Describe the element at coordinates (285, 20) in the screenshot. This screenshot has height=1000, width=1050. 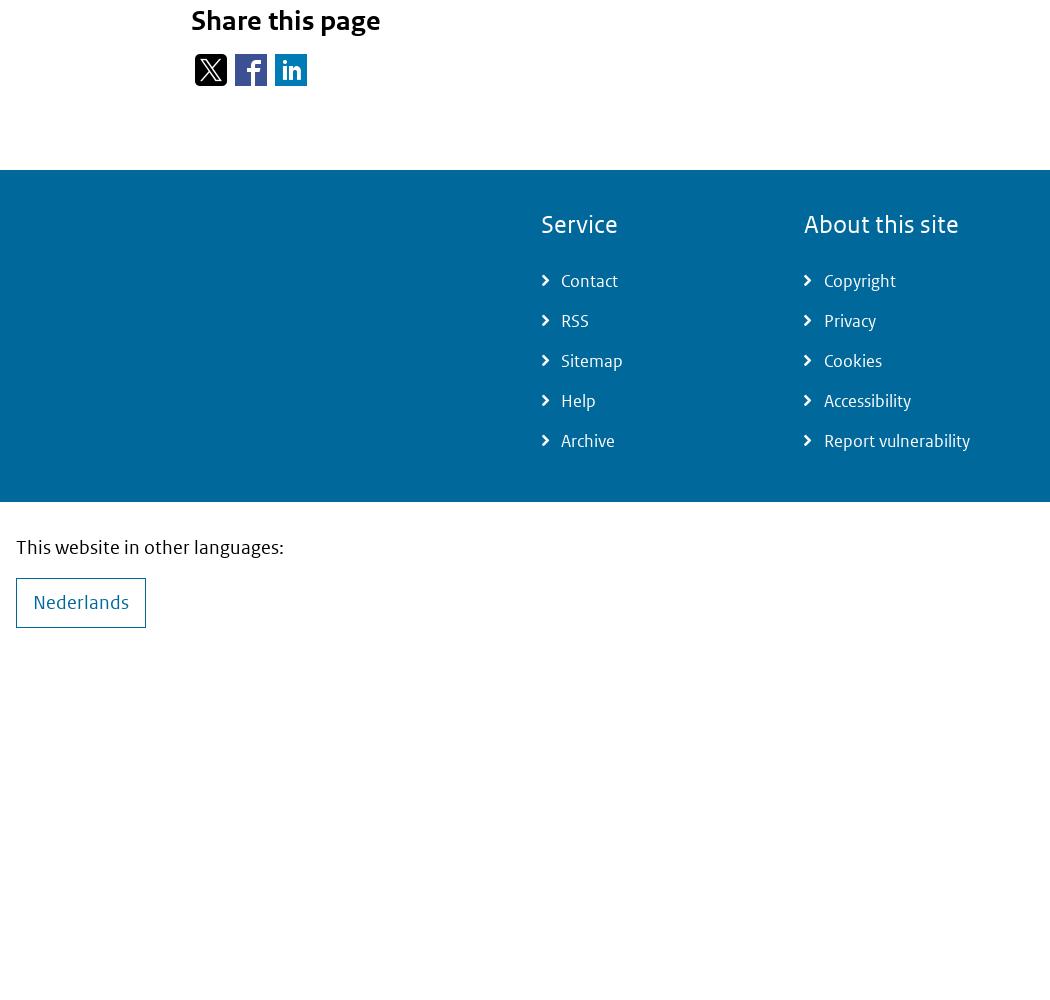
I see `'Share this page'` at that location.